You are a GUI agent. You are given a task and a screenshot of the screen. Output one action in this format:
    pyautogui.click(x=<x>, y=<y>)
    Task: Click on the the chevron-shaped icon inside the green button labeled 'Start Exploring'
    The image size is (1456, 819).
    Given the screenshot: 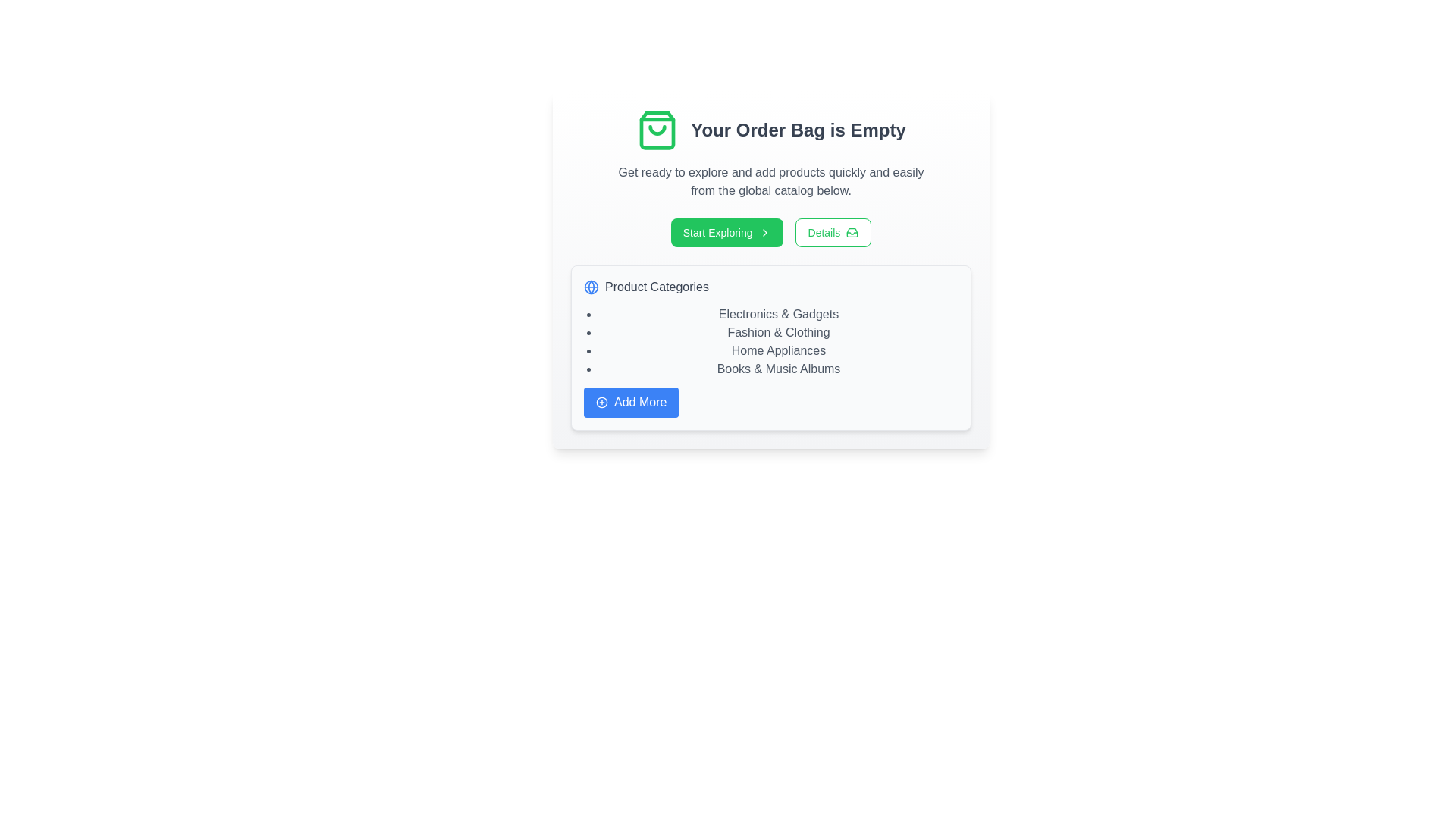 What is the action you would take?
    pyautogui.click(x=764, y=233)
    